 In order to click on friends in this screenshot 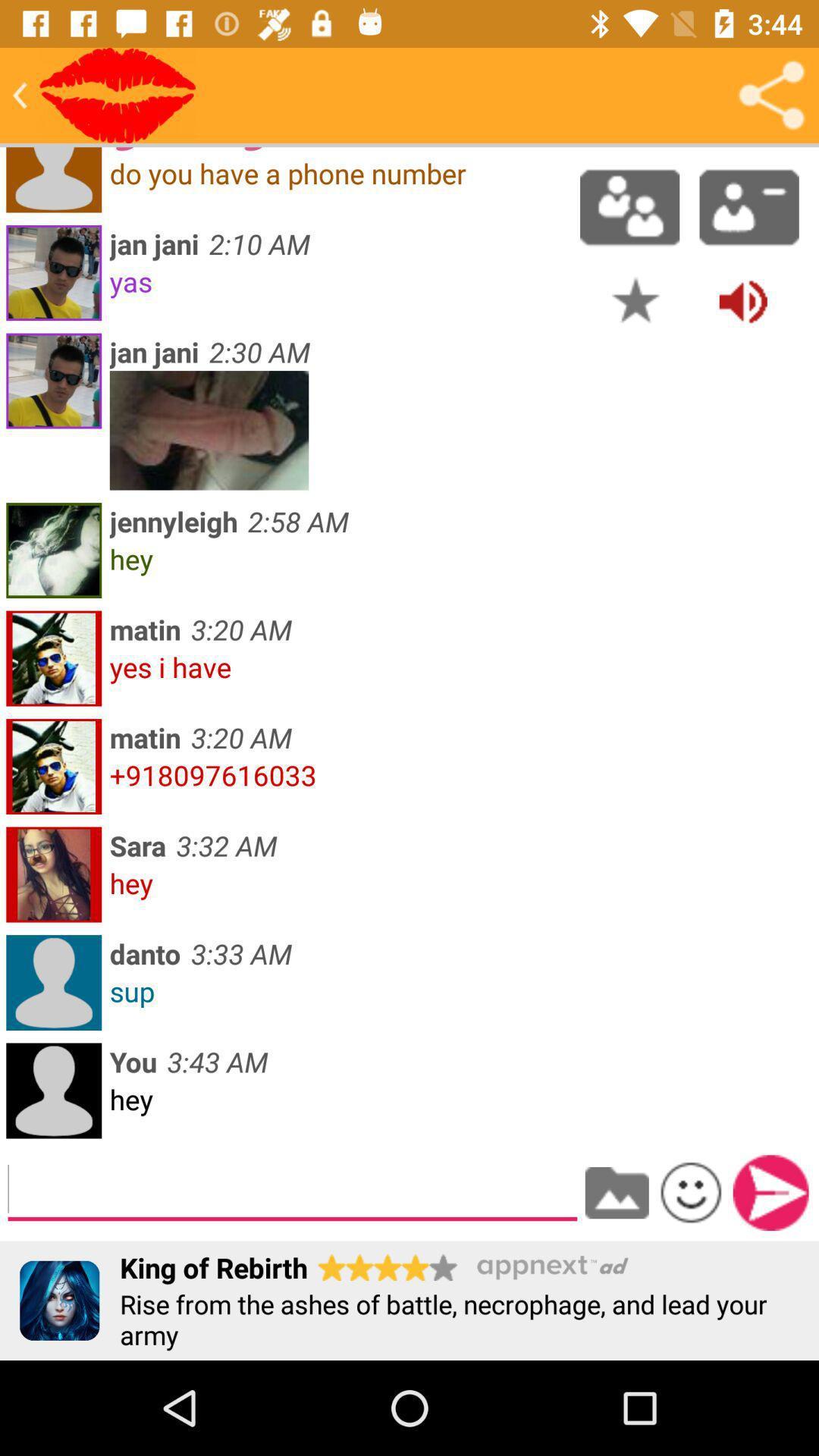, I will do `click(629, 206)`.